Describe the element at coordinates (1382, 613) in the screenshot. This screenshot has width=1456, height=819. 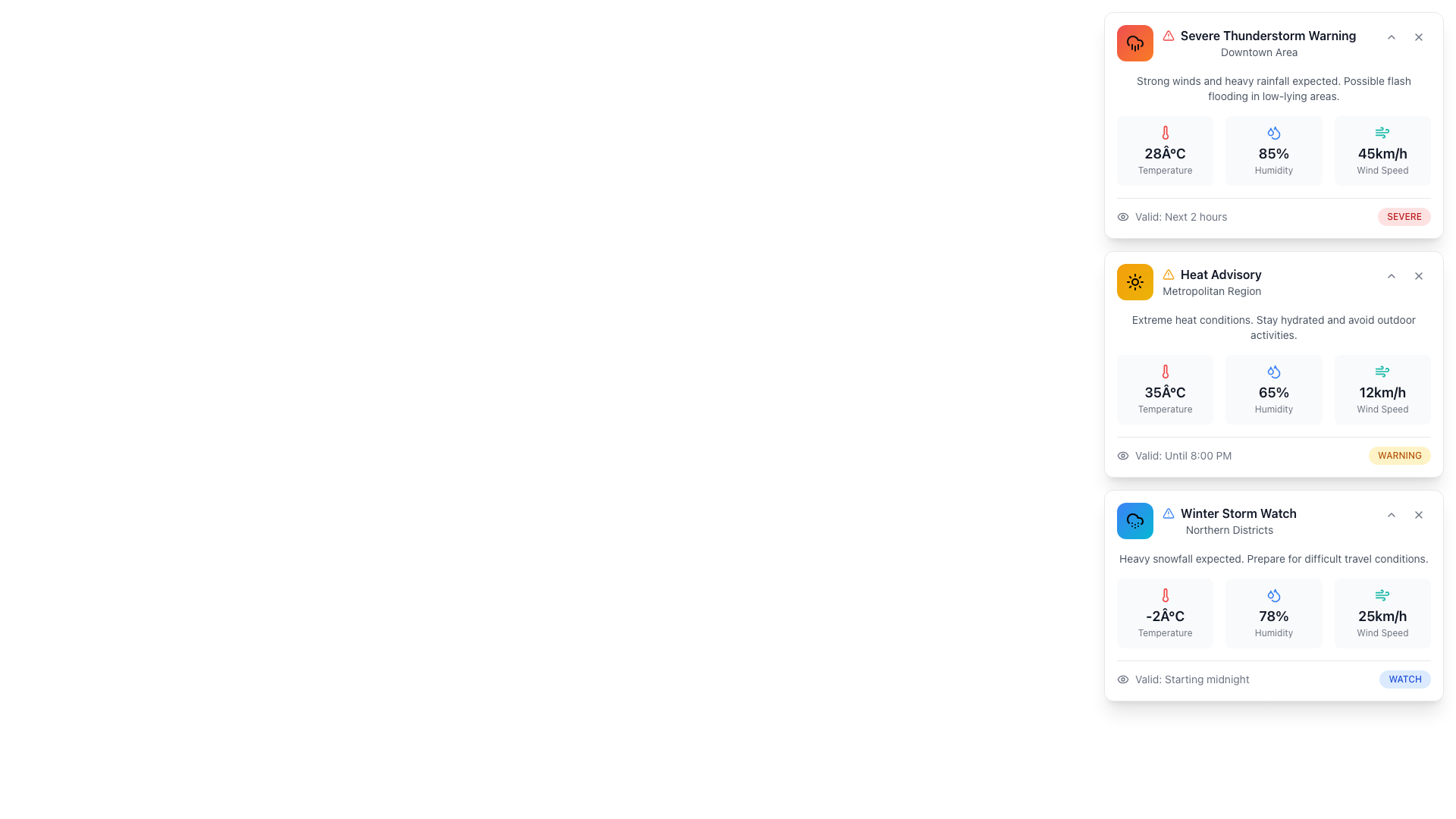
I see `the wind speed informational card displaying '25km/h' in the 'Winter Storm Watch' section for further details` at that location.